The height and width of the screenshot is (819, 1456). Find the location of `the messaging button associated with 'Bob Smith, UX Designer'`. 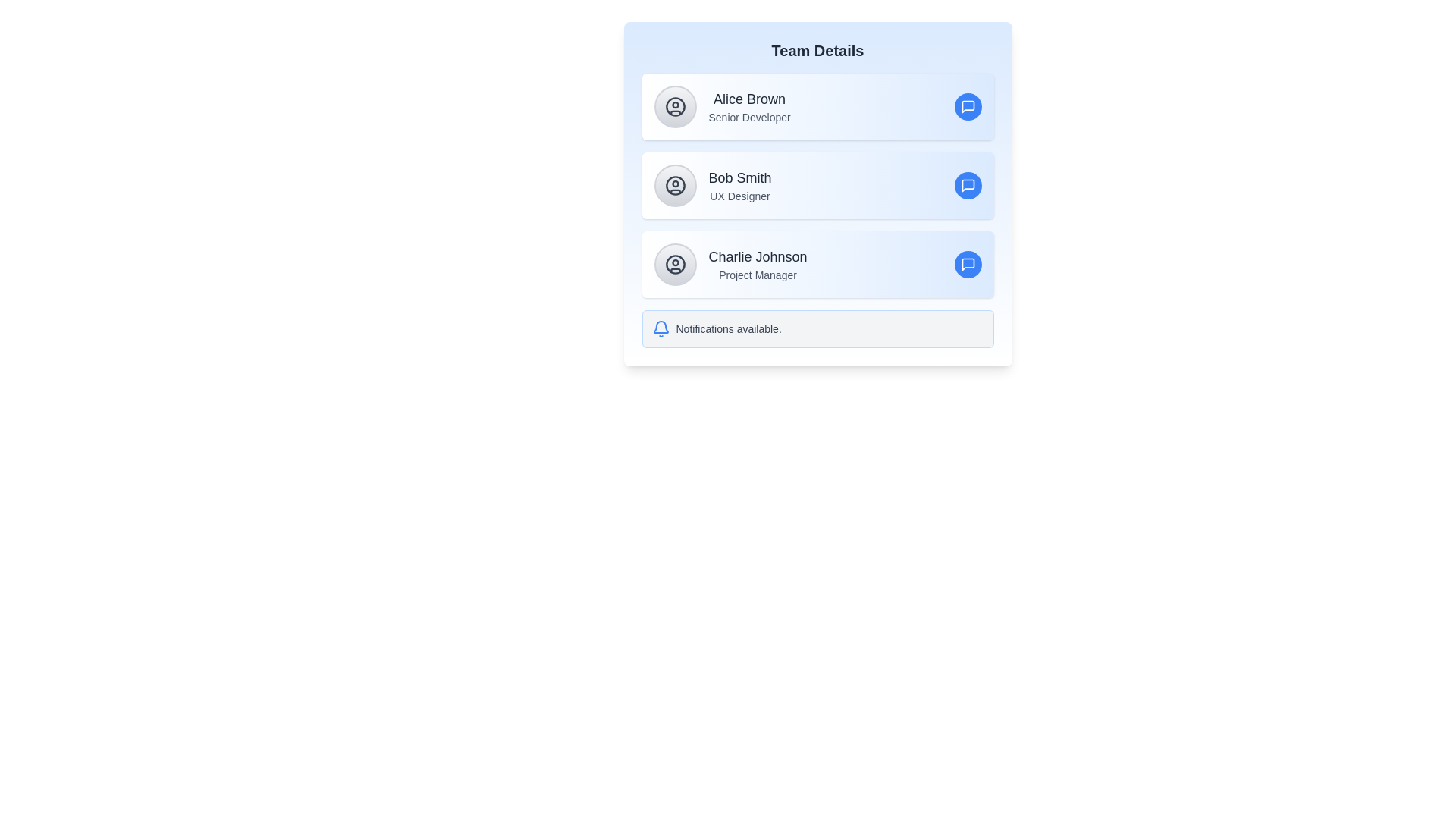

the messaging button associated with 'Bob Smith, UX Designer' is located at coordinates (967, 185).